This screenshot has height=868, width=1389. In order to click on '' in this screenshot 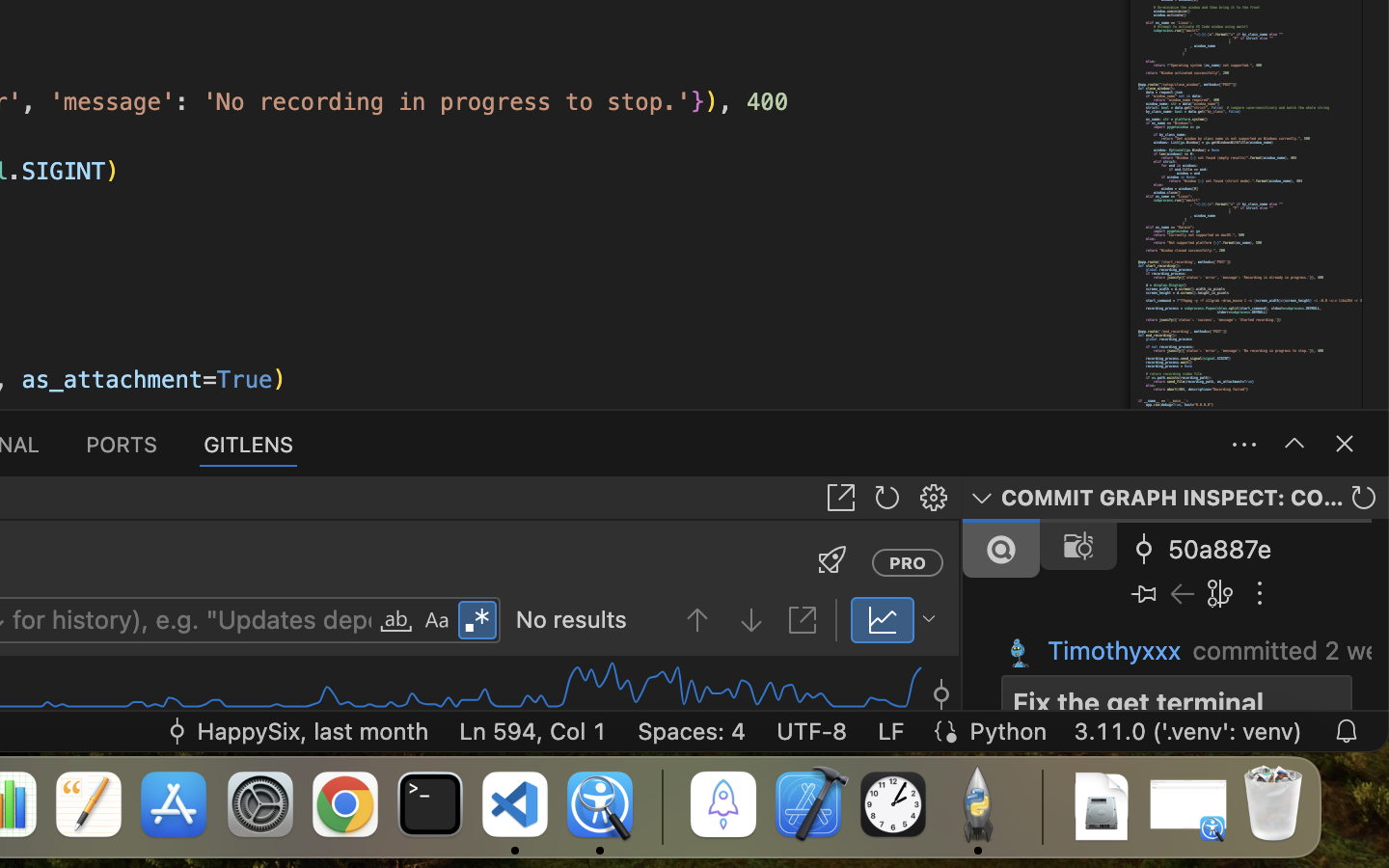, I will do `click(1345, 442)`.